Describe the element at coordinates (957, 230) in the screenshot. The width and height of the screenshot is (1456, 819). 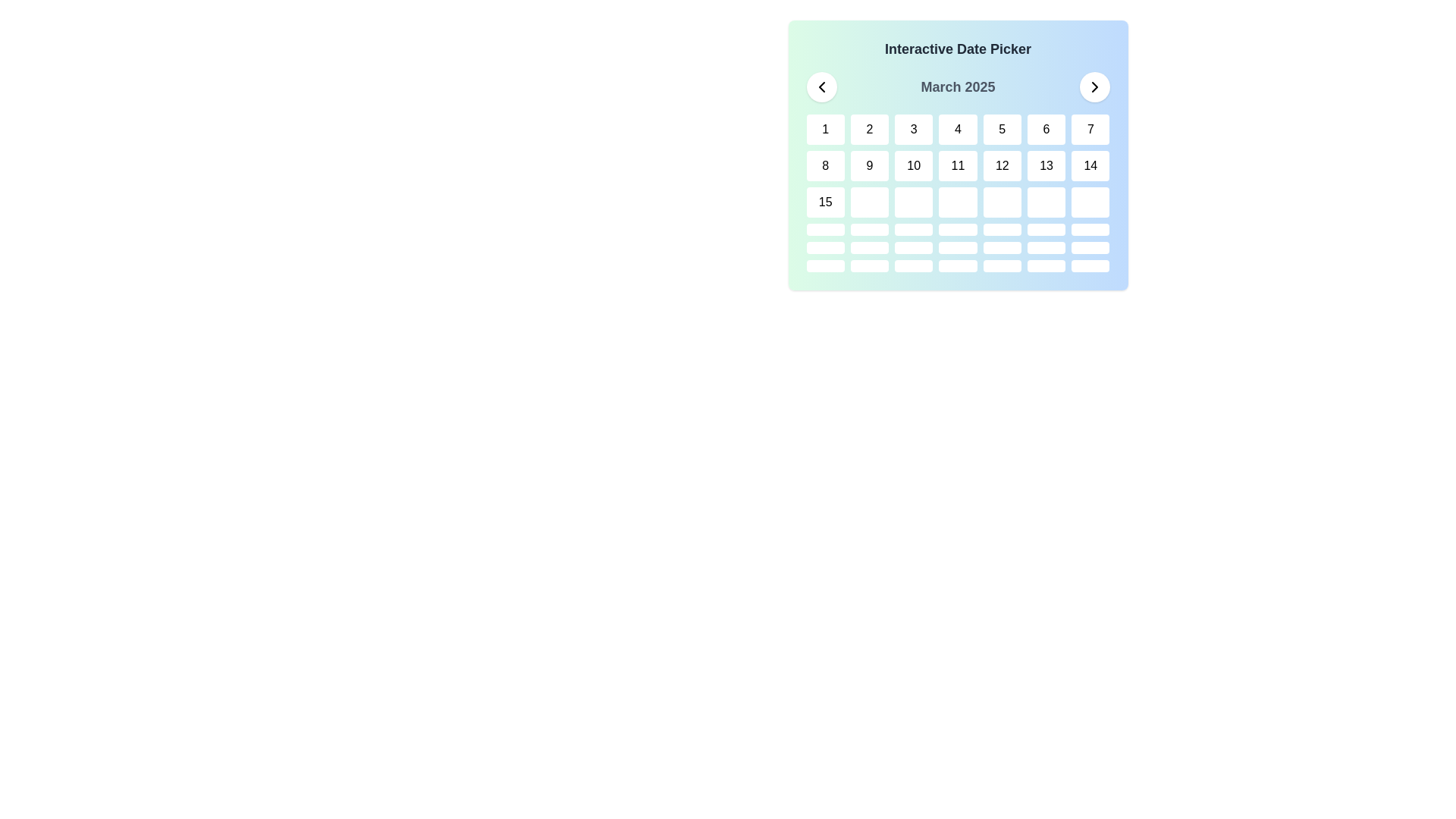
I see `the small, rounded rectangular button with a white background located in the 4th box of the 4th row in the calendar interface for March 2025` at that location.